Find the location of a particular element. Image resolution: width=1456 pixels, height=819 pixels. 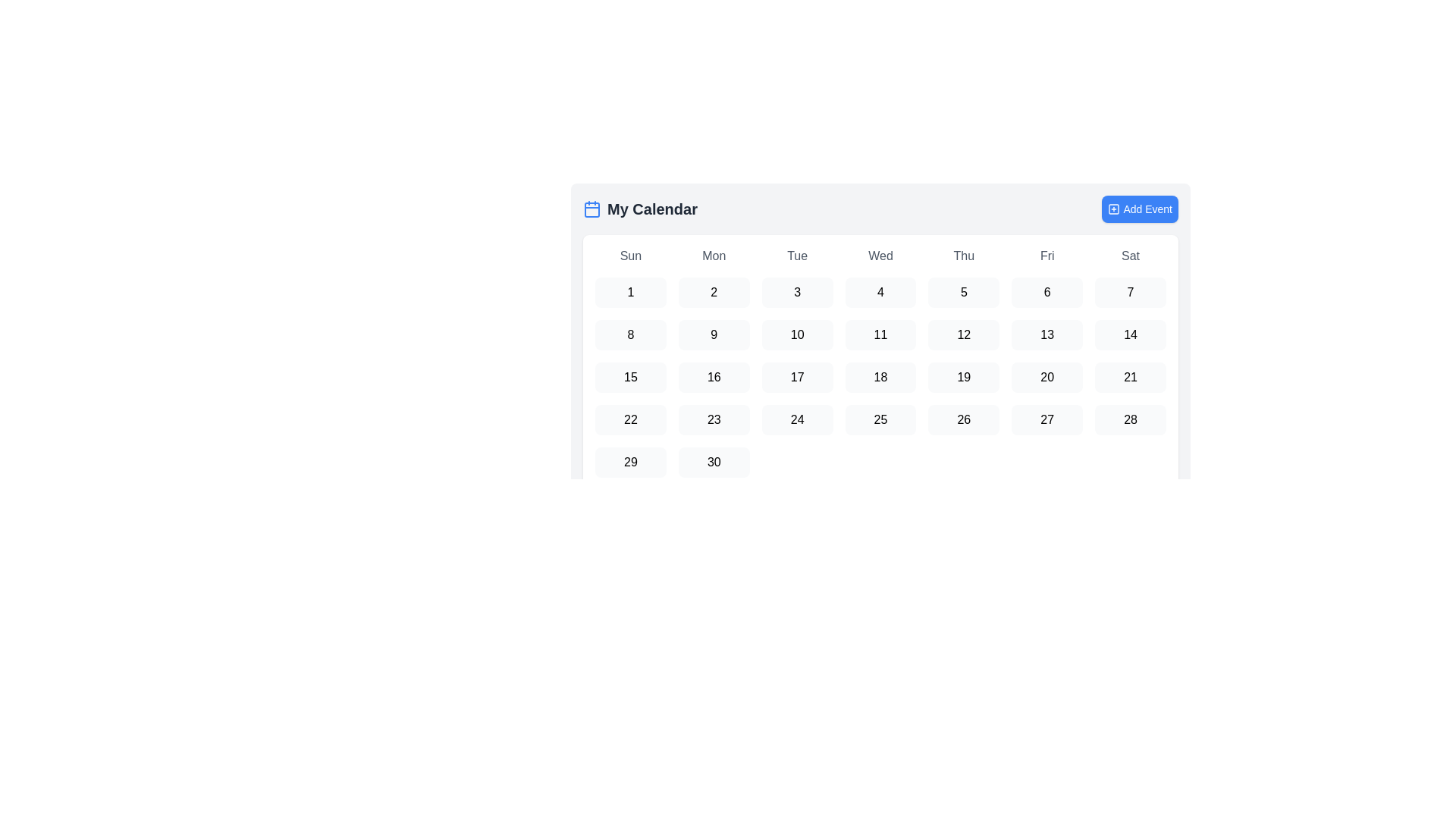

the static text element that serves as a title or heading for the calendar, located at the top-left corner of the calendar interface, immediately right to the calendar icon is located at coordinates (652, 209).